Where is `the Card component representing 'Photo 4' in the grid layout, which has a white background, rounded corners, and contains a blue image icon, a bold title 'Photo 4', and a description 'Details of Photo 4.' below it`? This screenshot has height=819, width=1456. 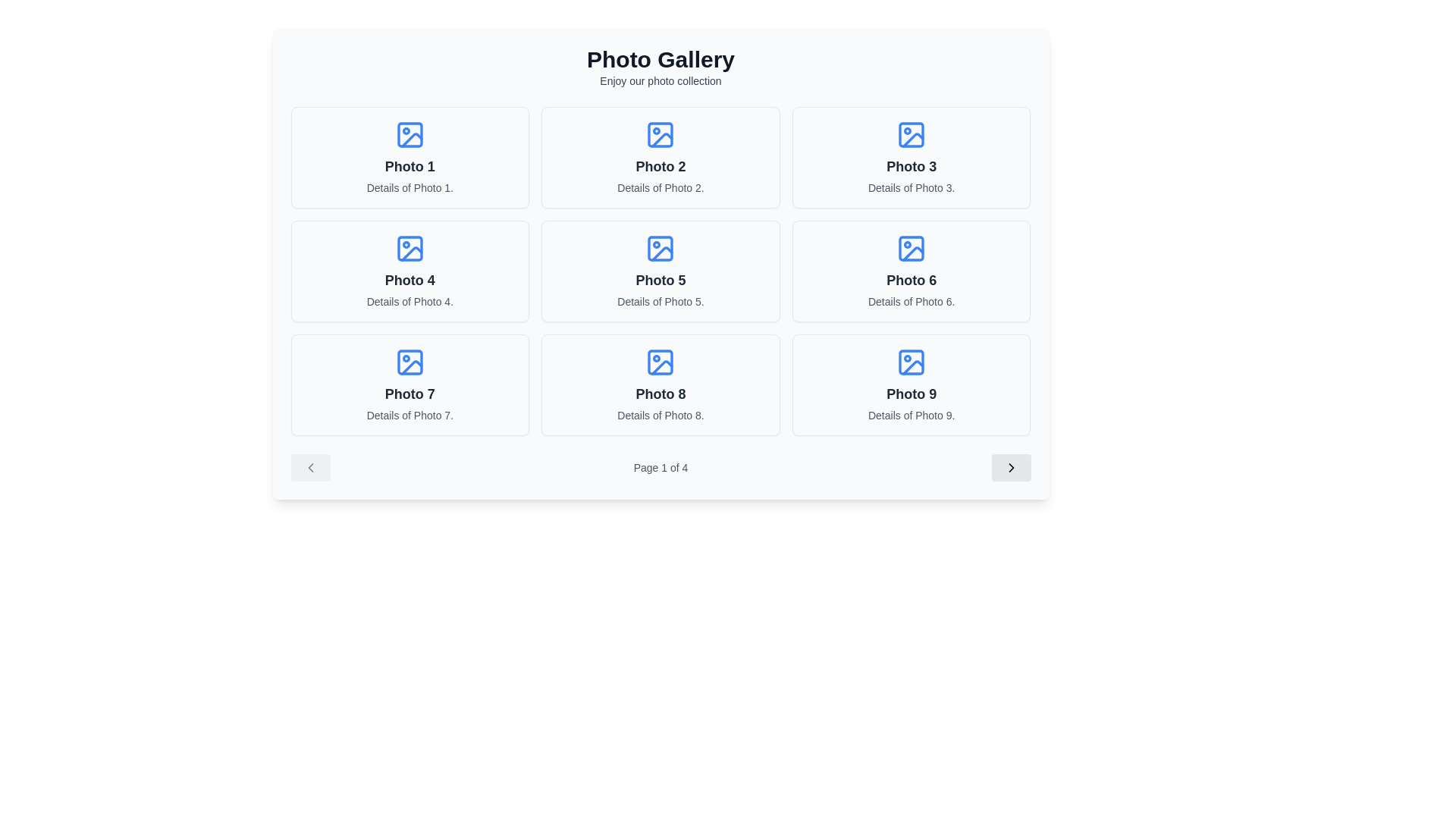 the Card component representing 'Photo 4' in the grid layout, which has a white background, rounded corners, and contains a blue image icon, a bold title 'Photo 4', and a description 'Details of Photo 4.' below it is located at coordinates (409, 271).